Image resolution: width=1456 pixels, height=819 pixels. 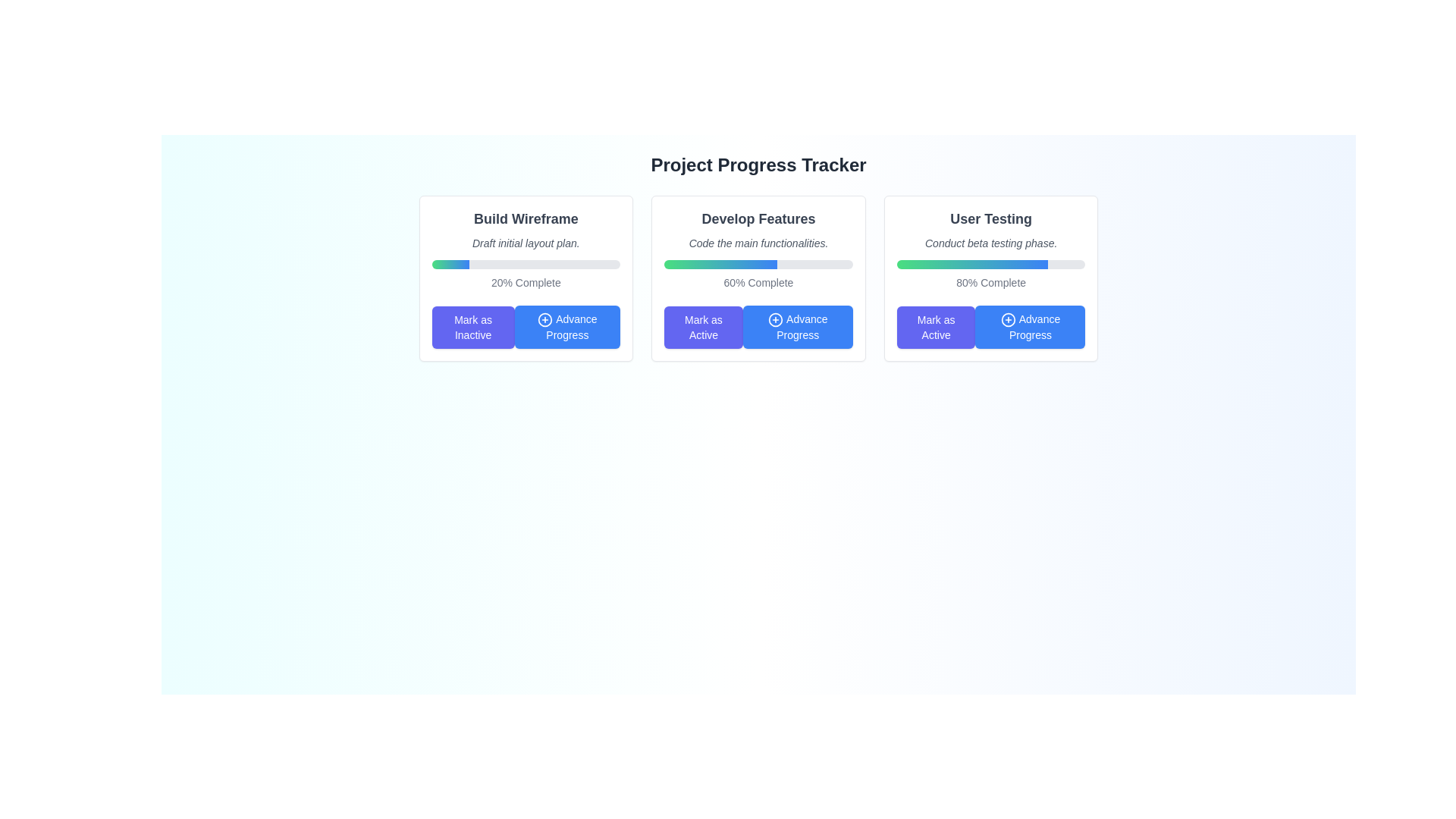 I want to click on the indigo 'Mark as Active' button with rounded design located in the 'Develop Features' section to observe the hover effect, so click(x=702, y=326).